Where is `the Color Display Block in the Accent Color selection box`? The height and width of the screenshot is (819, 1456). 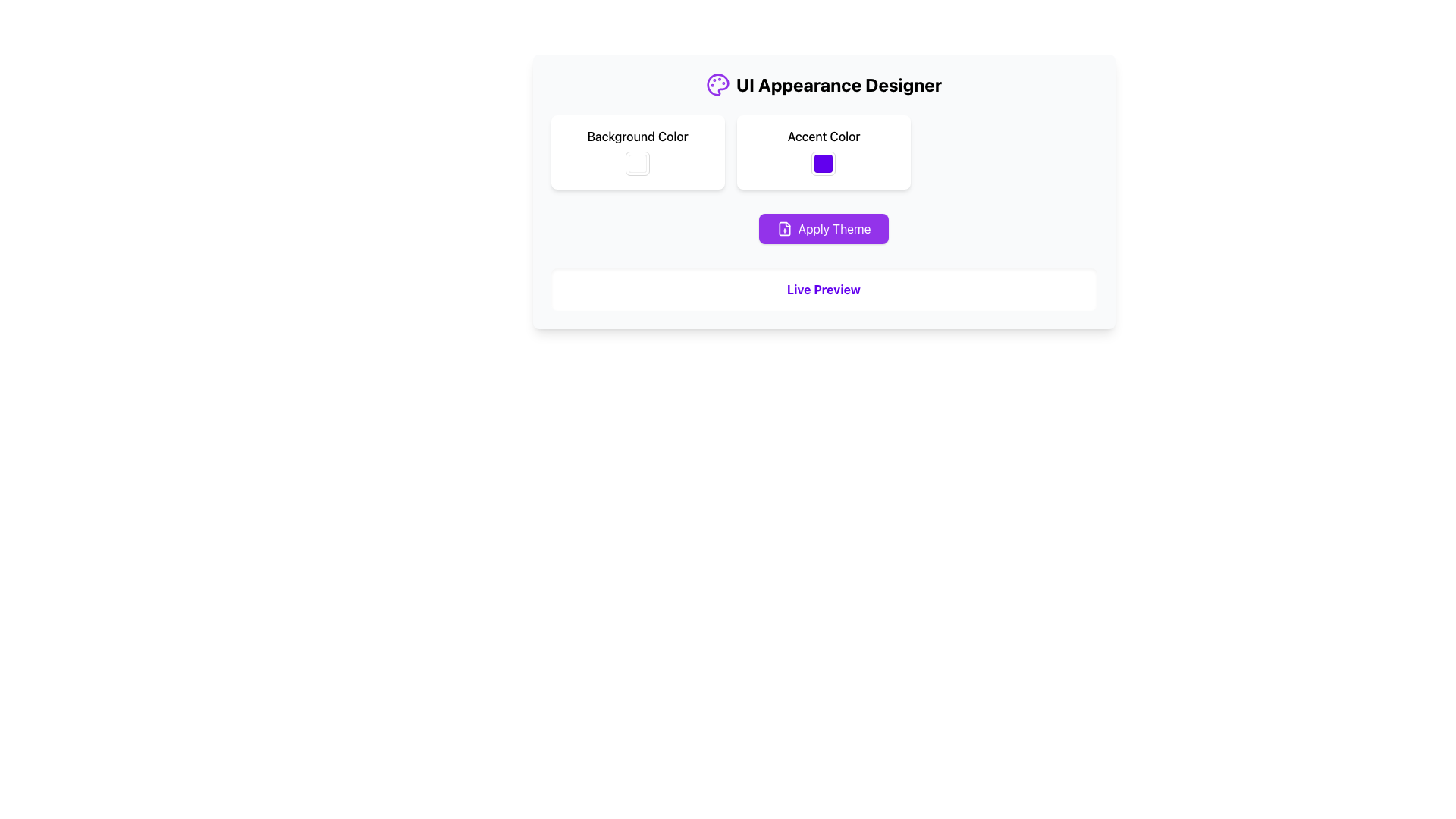
the Color Display Block in the Accent Color selection box is located at coordinates (823, 164).